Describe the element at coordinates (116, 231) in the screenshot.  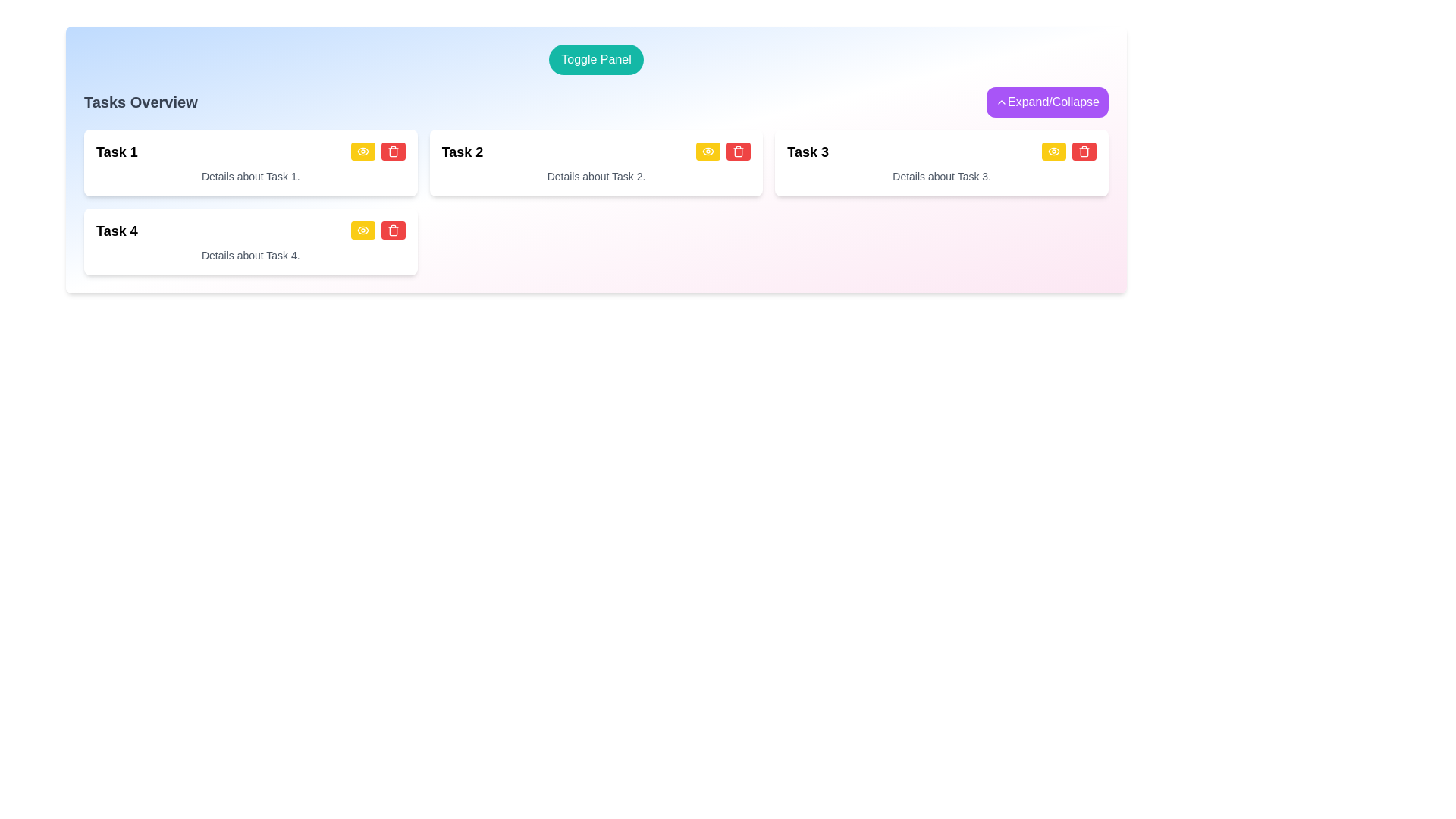
I see `the text label that serves as a title for task number 4 in the second row, first column of the task card grid` at that location.